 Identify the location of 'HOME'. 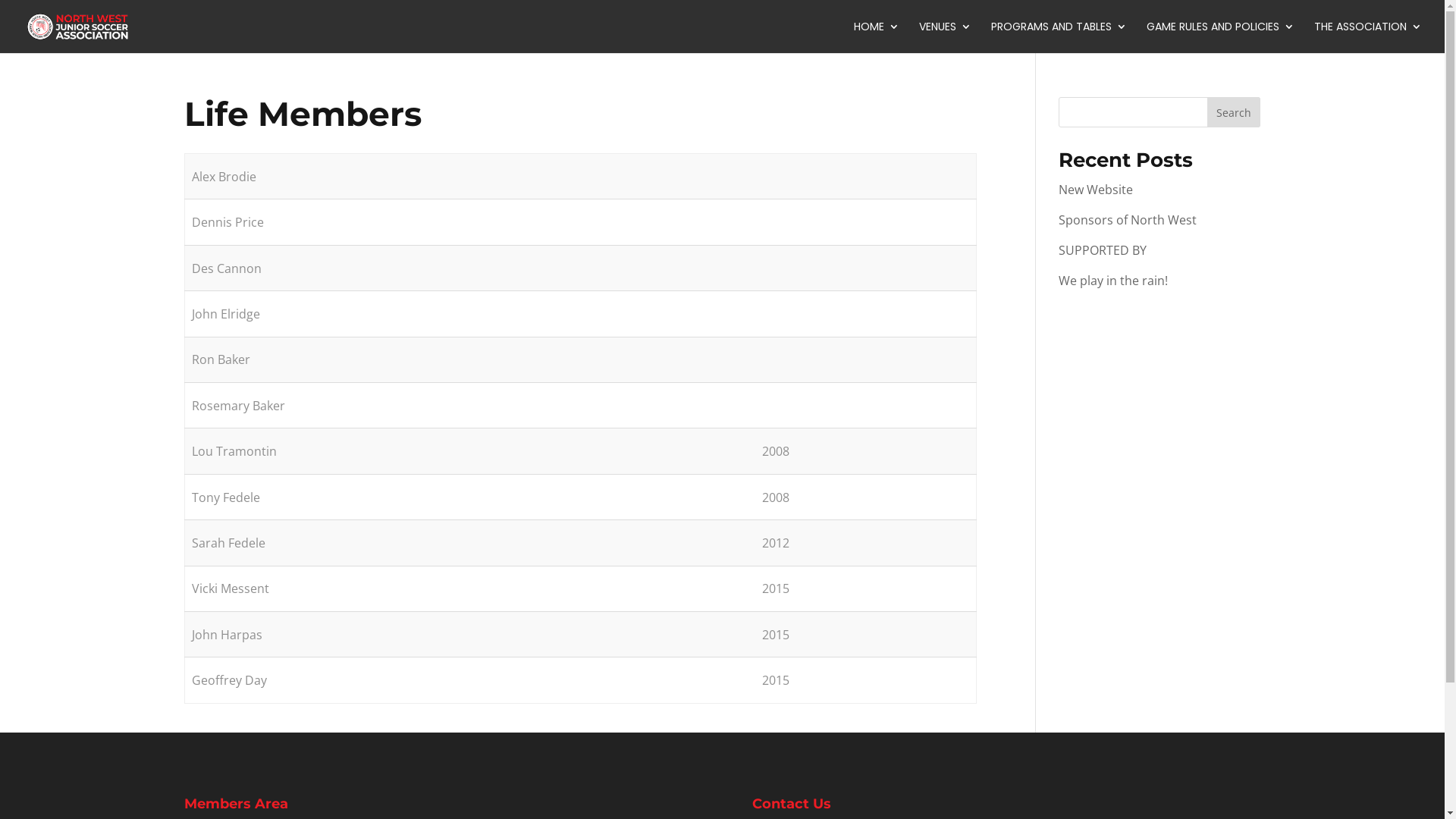
(877, 36).